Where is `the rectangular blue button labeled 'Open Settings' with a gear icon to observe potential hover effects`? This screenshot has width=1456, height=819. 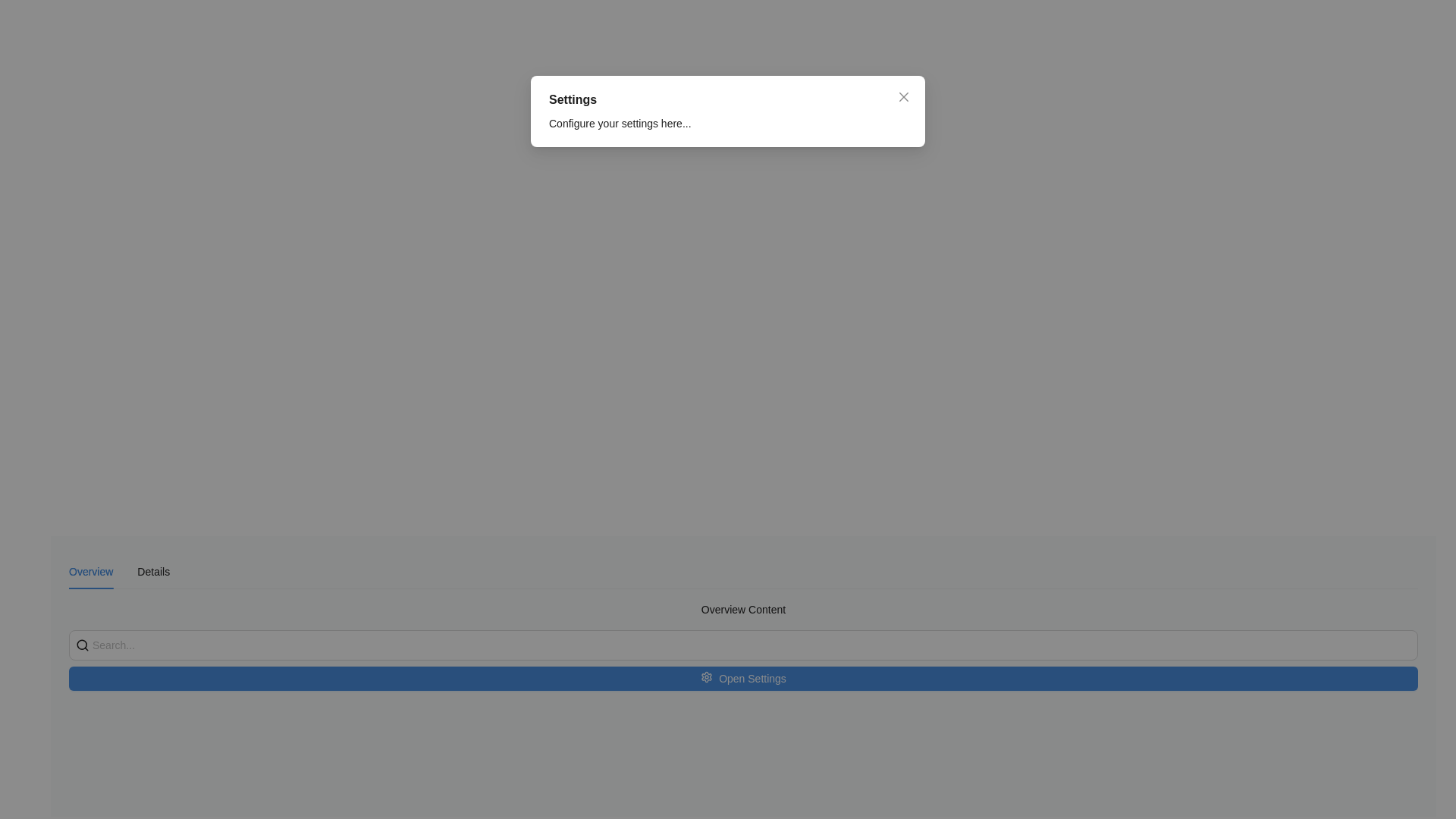 the rectangular blue button labeled 'Open Settings' with a gear icon to observe potential hover effects is located at coordinates (743, 660).